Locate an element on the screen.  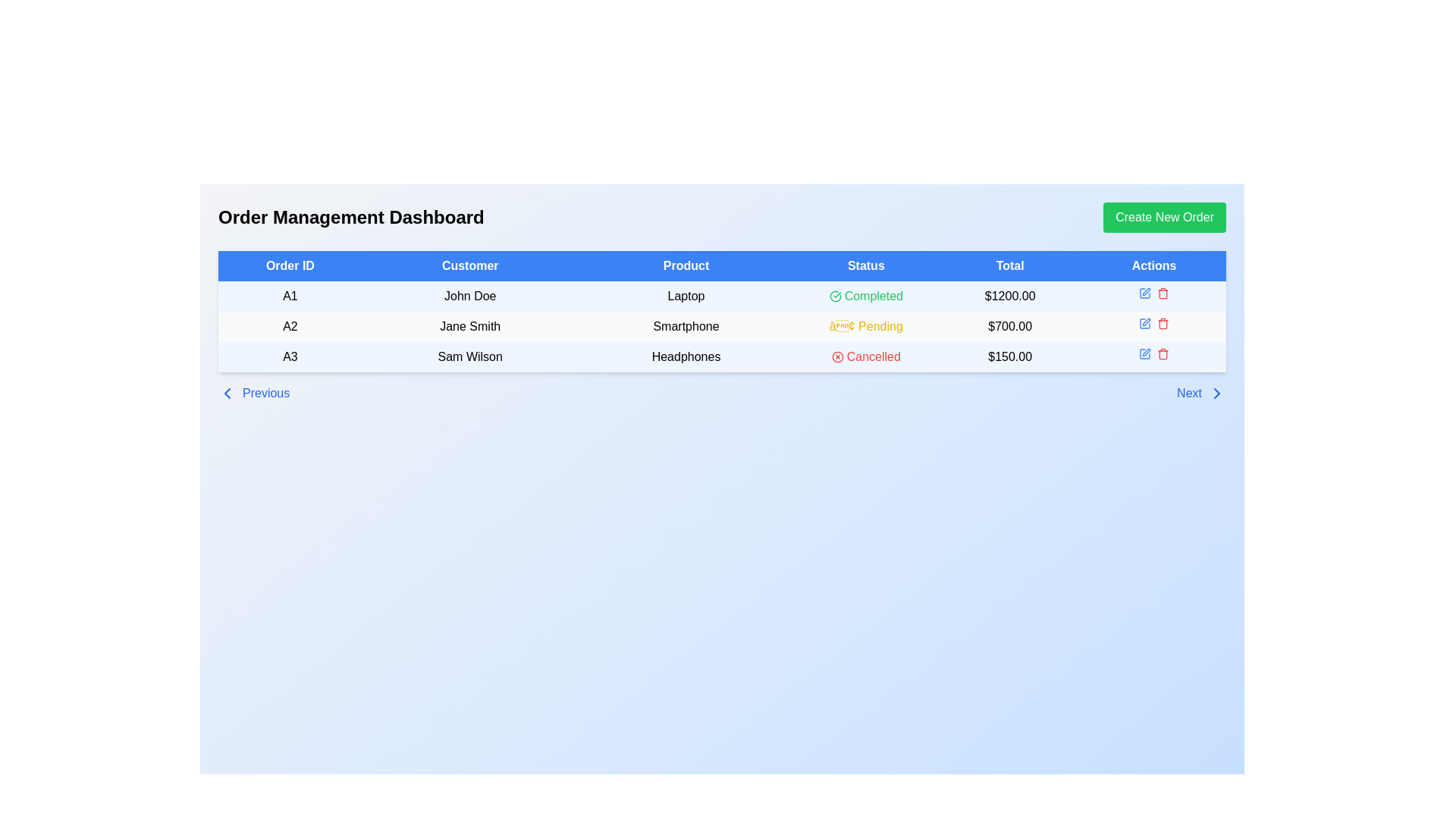
the rectangular icon button located in the third row of the 'Actions' column in the table, which is to the left of a trash bin icon is located at coordinates (1145, 293).